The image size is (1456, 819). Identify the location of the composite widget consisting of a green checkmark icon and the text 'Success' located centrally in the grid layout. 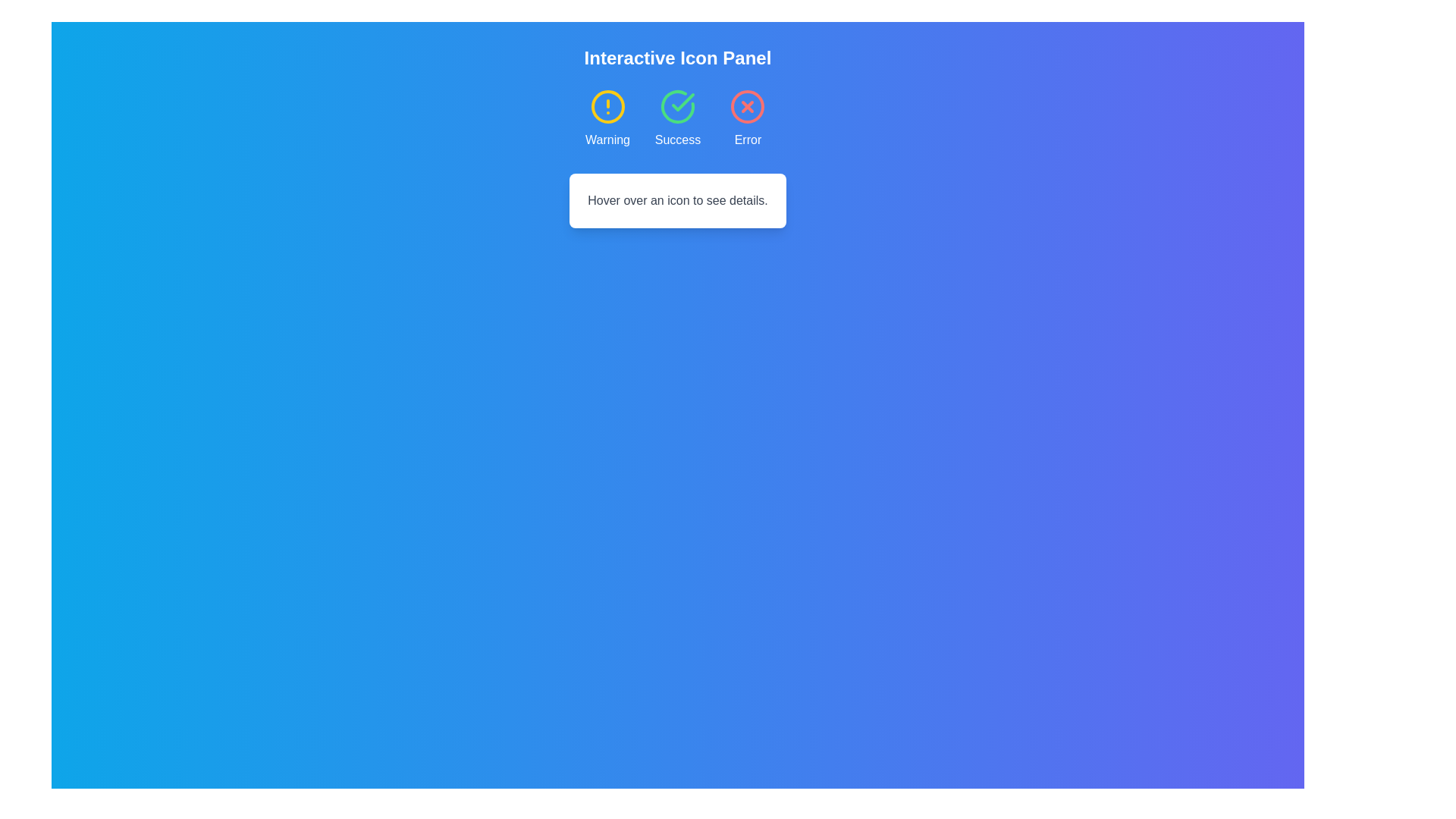
(676, 118).